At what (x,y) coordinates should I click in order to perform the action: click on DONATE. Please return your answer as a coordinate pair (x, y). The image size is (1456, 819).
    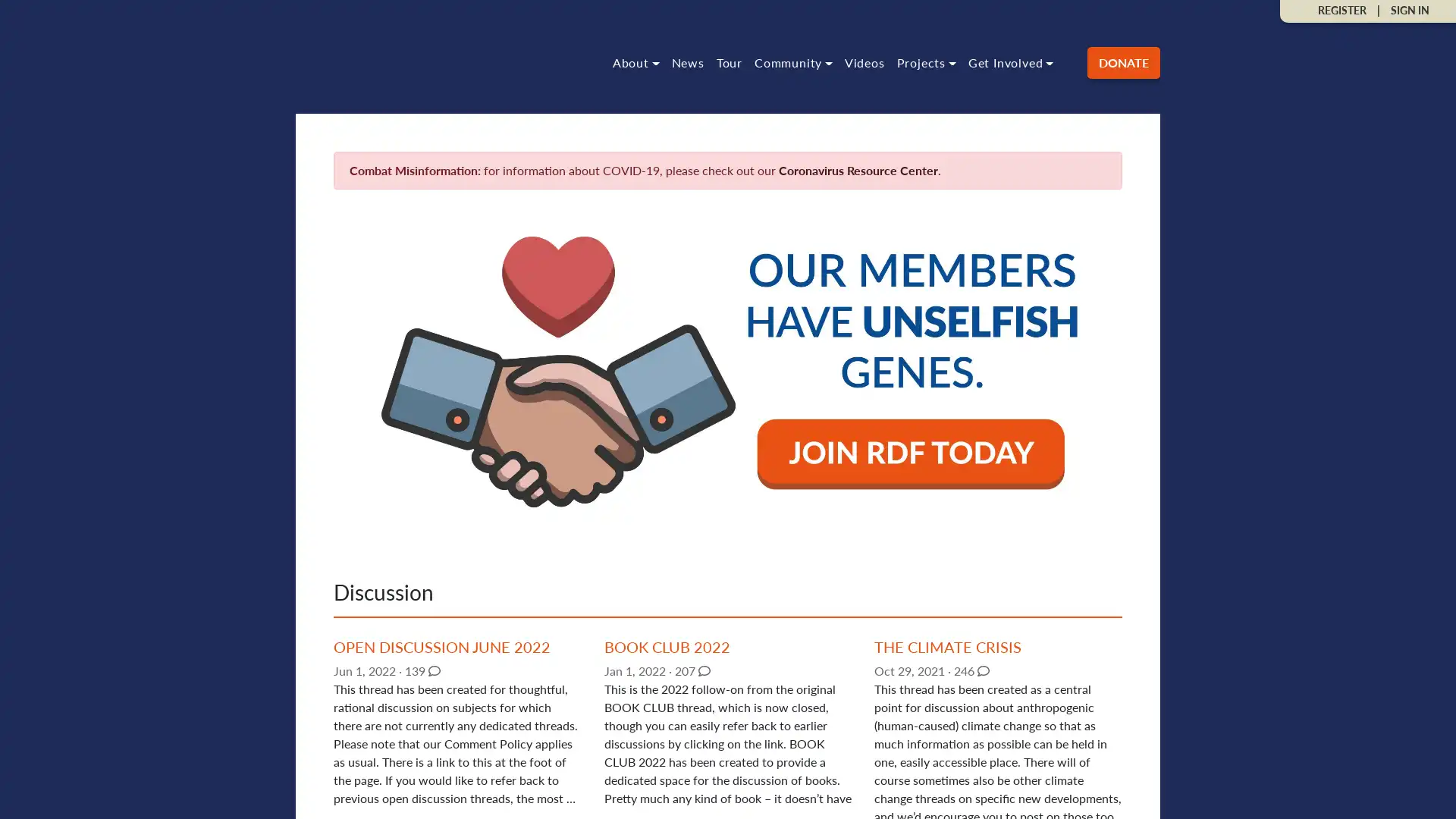
    Looking at the image, I should click on (1124, 61).